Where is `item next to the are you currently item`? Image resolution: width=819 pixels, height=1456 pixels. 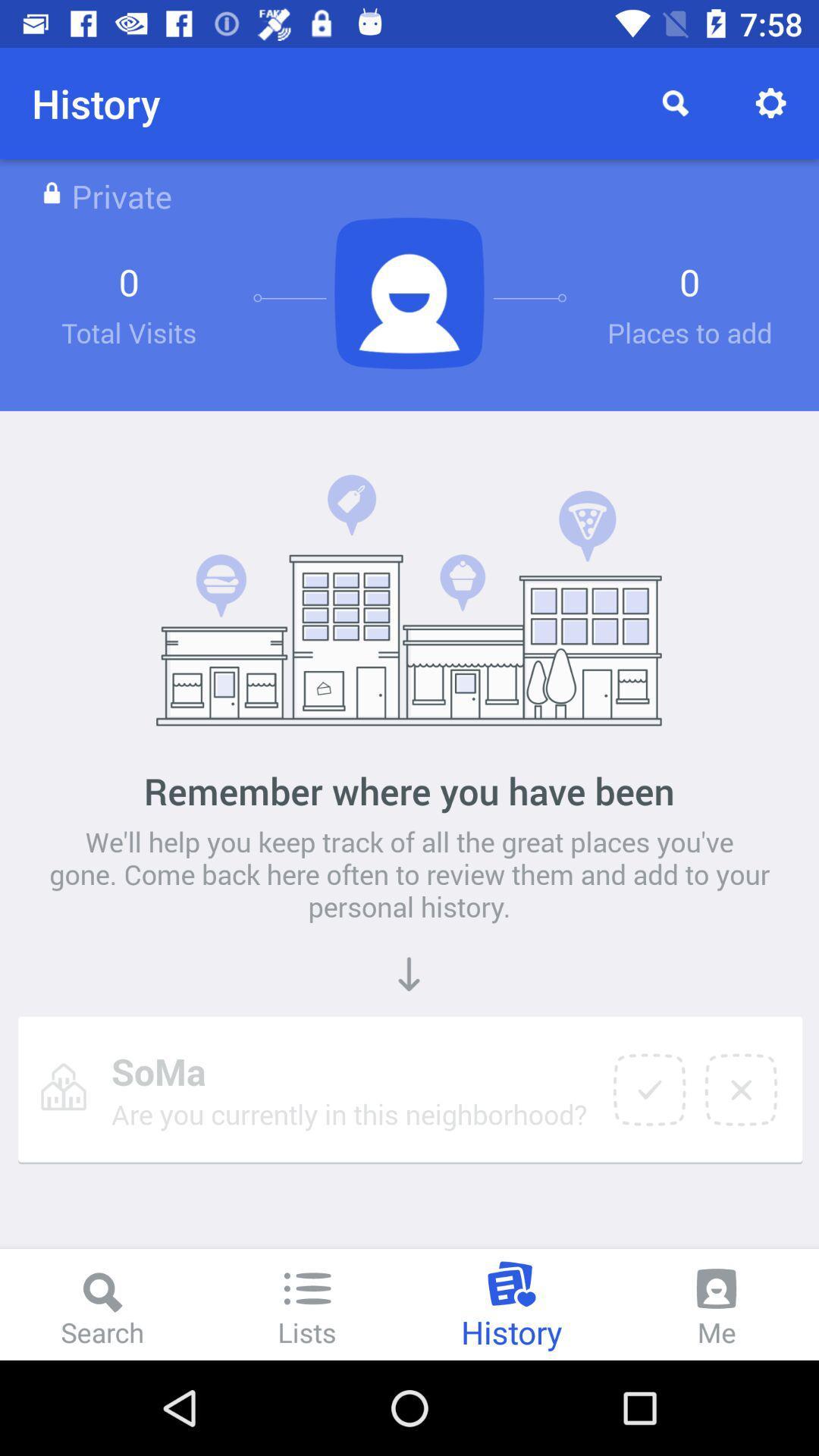
item next to the are you currently item is located at coordinates (648, 1089).